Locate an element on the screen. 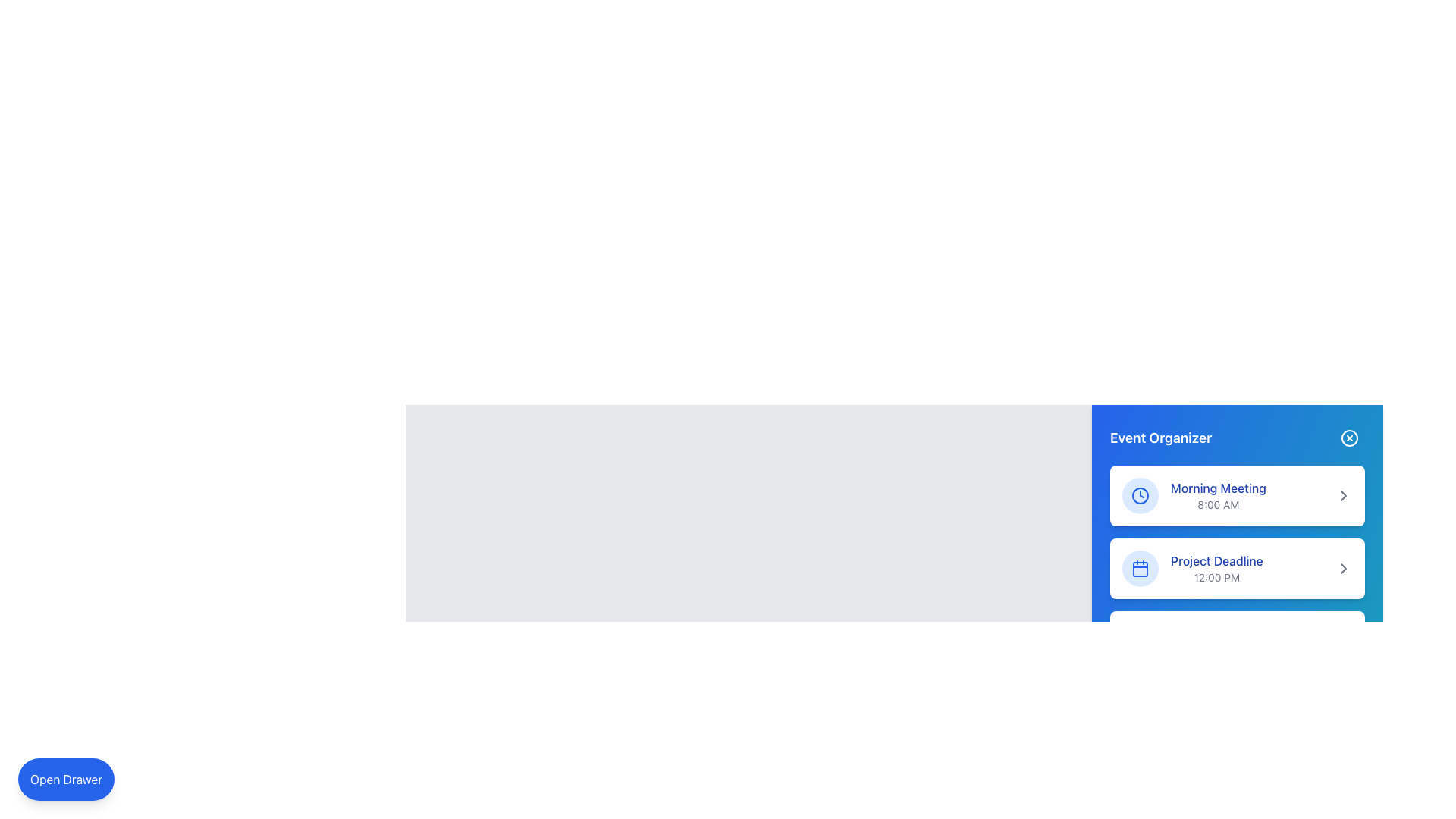  foreground SVG Circle that represents the time for the 'Morning Meeting' event within the clock icon in the Event Organizer section is located at coordinates (1140, 496).